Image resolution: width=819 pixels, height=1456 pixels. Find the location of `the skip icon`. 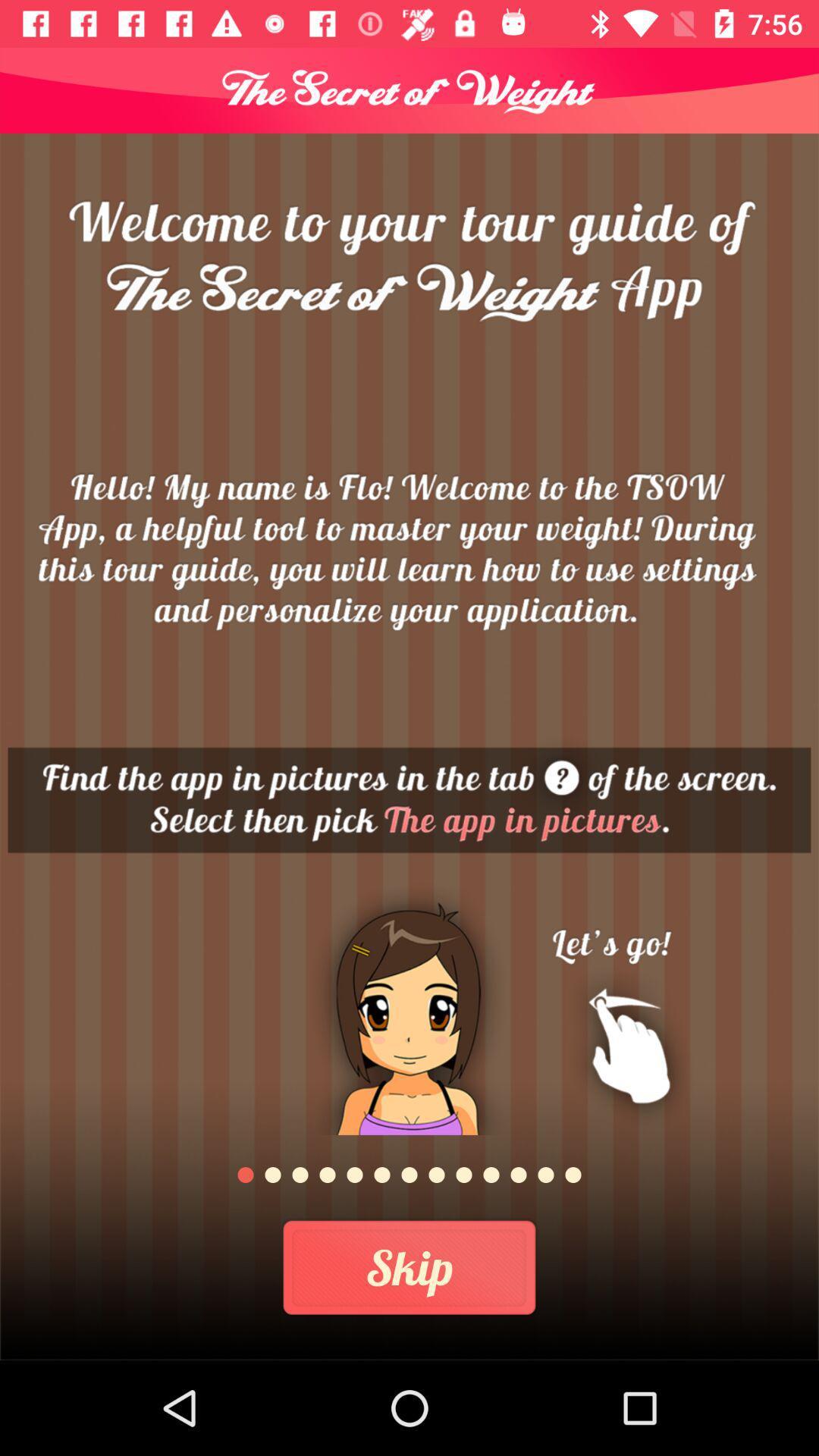

the skip icon is located at coordinates (409, 1267).